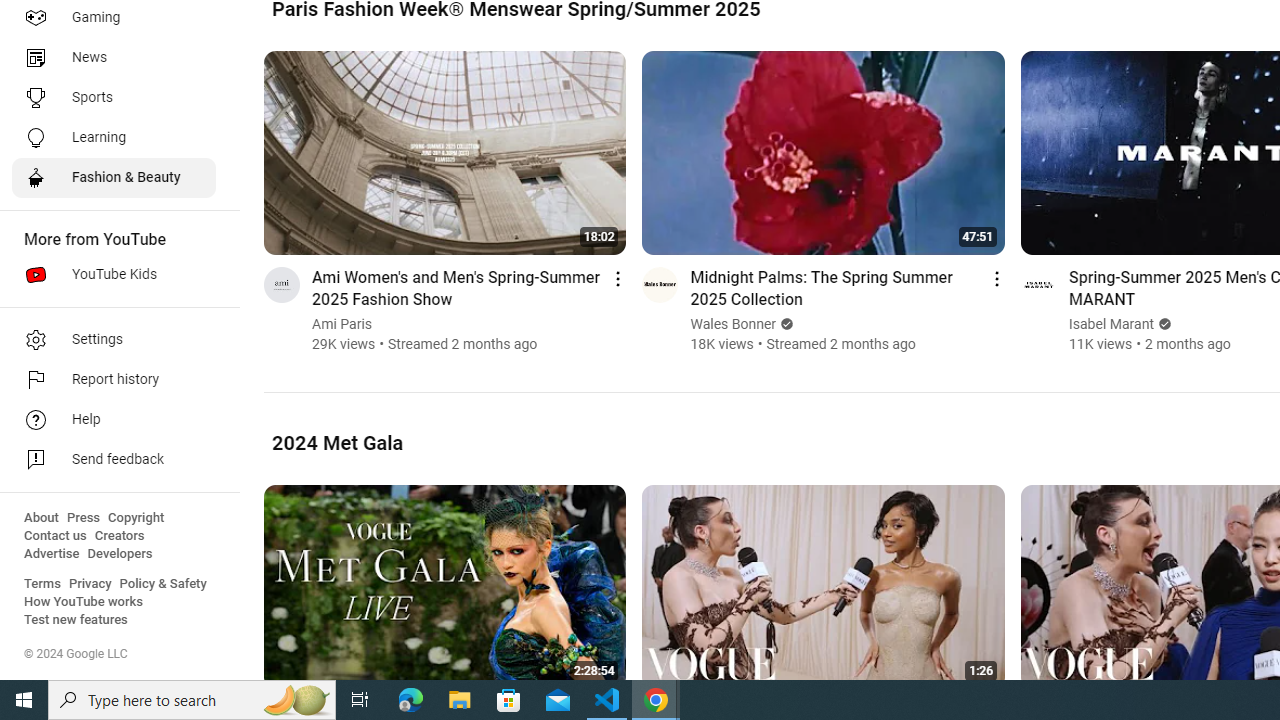 The image size is (1280, 720). What do you see at coordinates (337, 441) in the screenshot?
I see `'2024 Met Gala'` at bounding box center [337, 441].